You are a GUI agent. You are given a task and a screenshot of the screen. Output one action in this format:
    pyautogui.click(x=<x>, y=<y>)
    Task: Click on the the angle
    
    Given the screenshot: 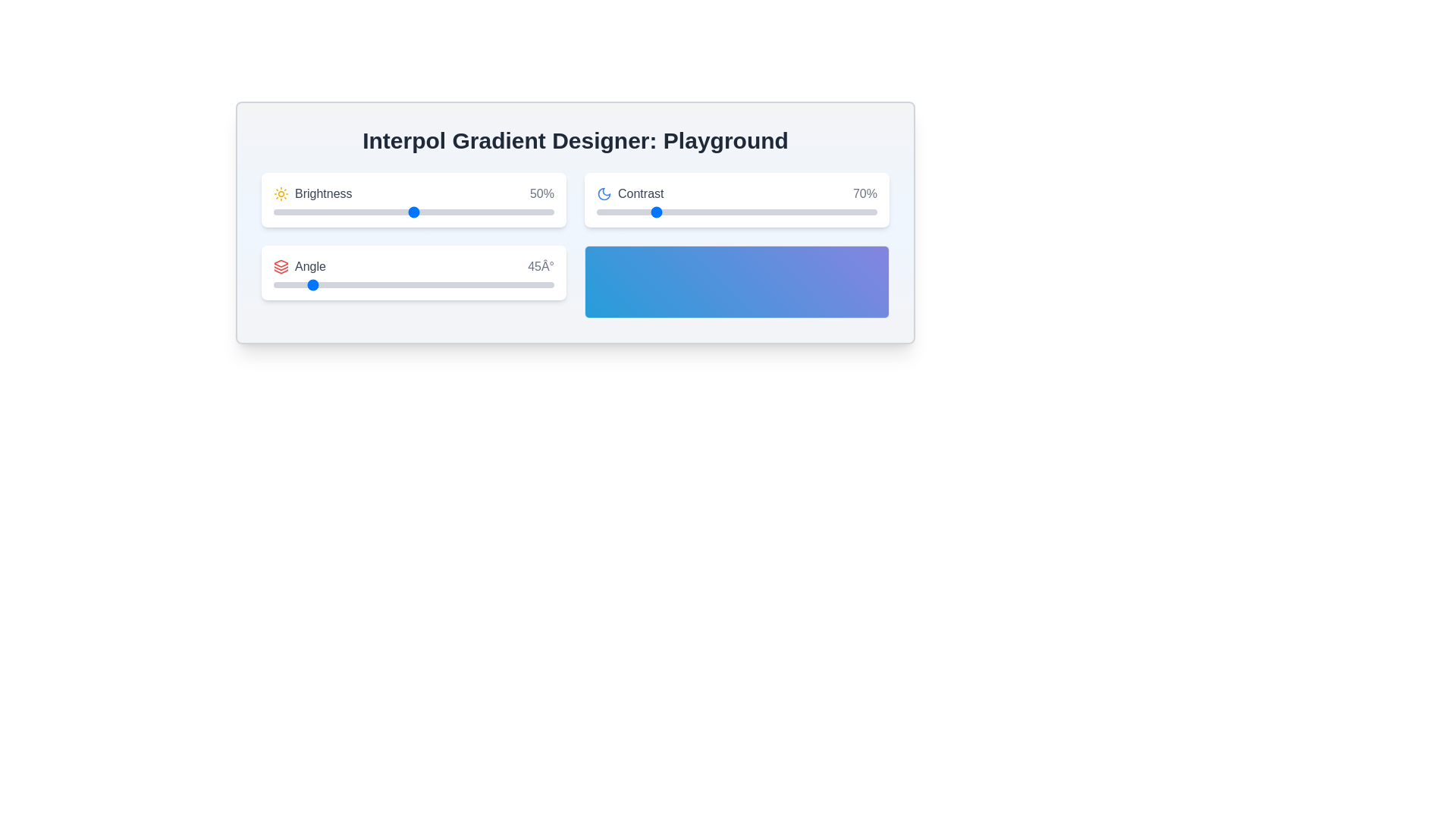 What is the action you would take?
    pyautogui.click(x=385, y=284)
    